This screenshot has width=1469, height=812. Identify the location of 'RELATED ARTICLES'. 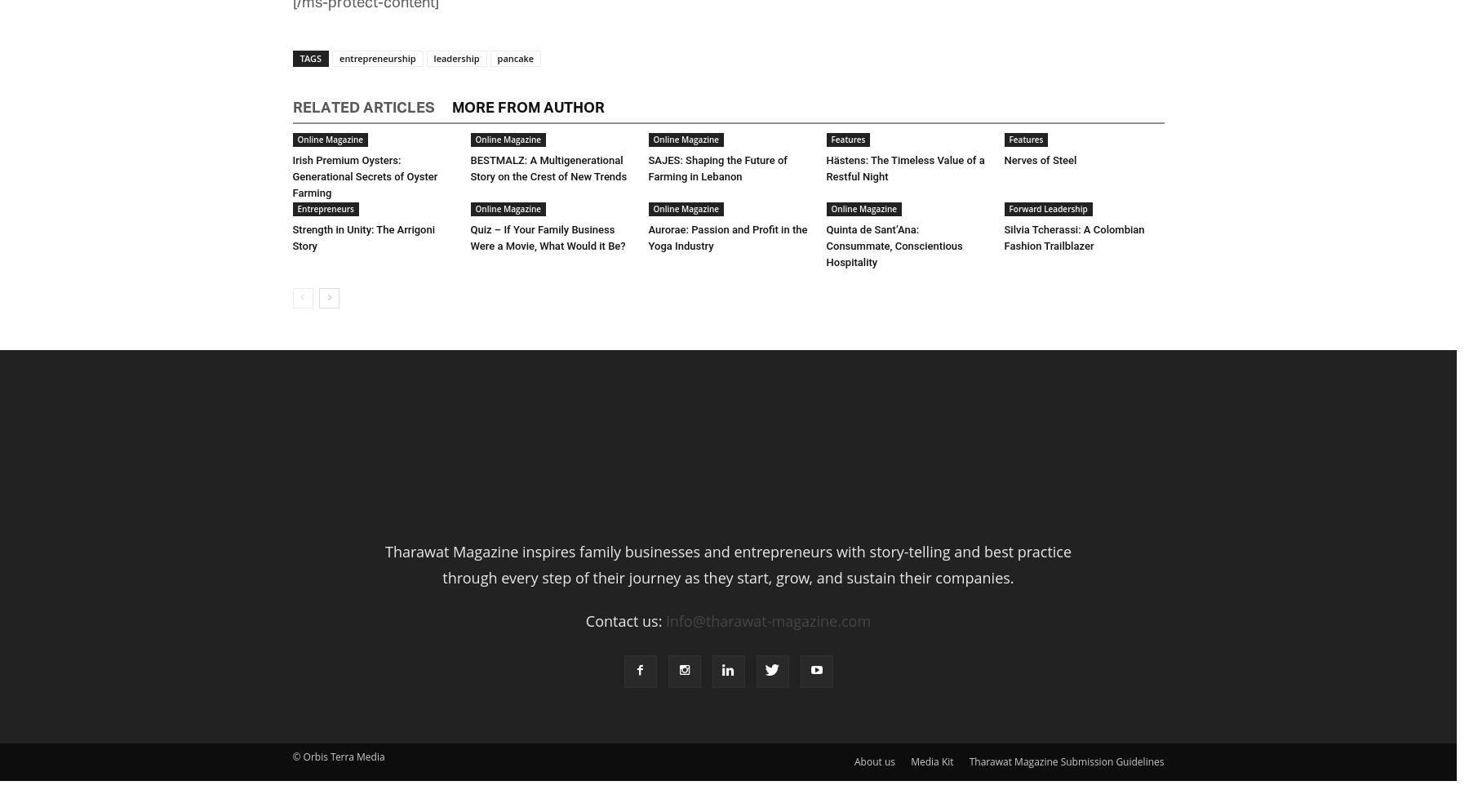
(362, 107).